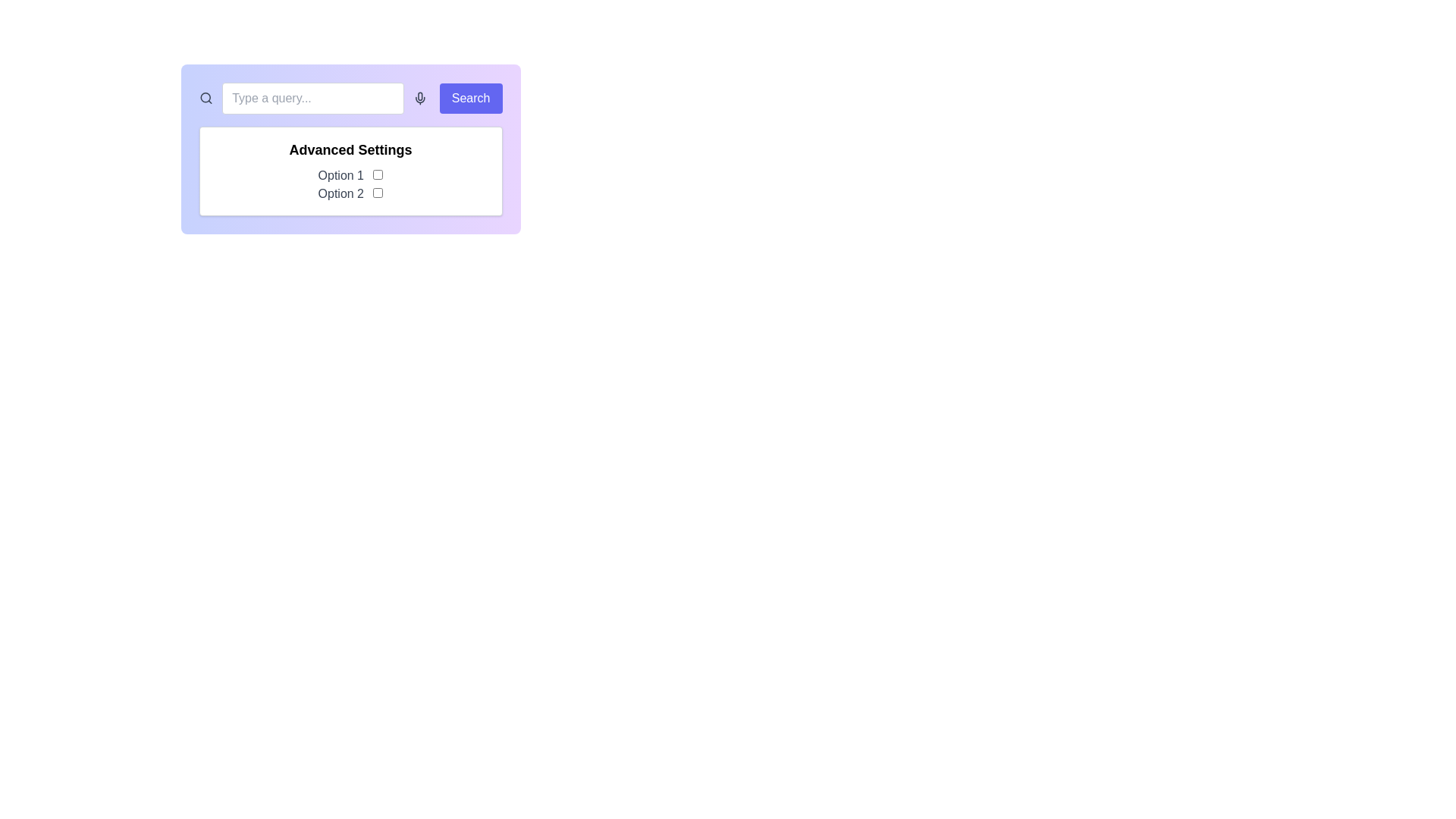 The width and height of the screenshot is (1456, 819). What do you see at coordinates (350, 174) in the screenshot?
I see `the text label that identifies 'Option 1' in the 'Advanced Settings' section, which is located beneath the section header and above 'Option 2'` at bounding box center [350, 174].